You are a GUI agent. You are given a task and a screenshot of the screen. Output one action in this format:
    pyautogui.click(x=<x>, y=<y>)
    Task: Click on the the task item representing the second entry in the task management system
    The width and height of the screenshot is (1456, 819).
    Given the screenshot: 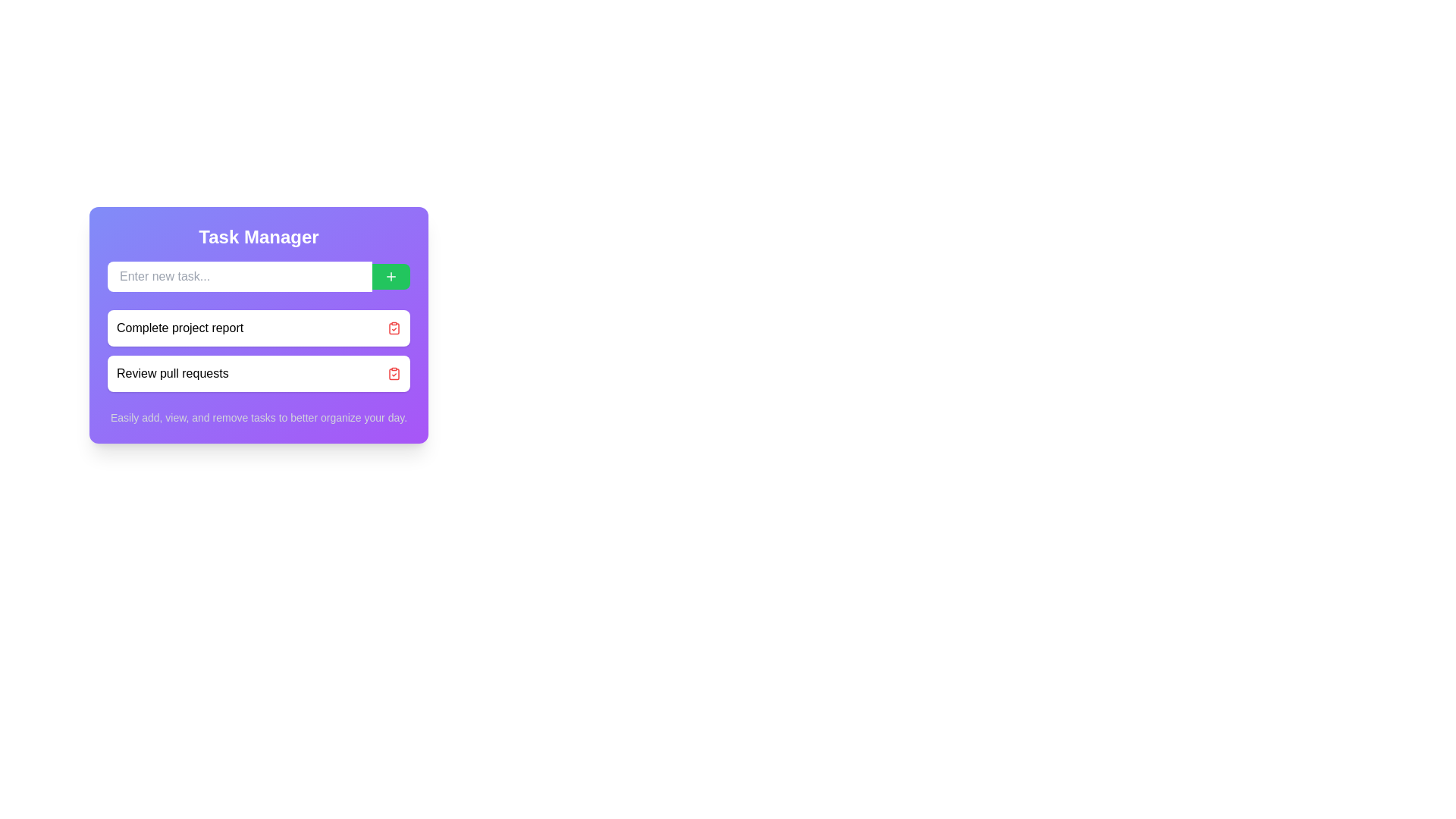 What is the action you would take?
    pyautogui.click(x=259, y=374)
    